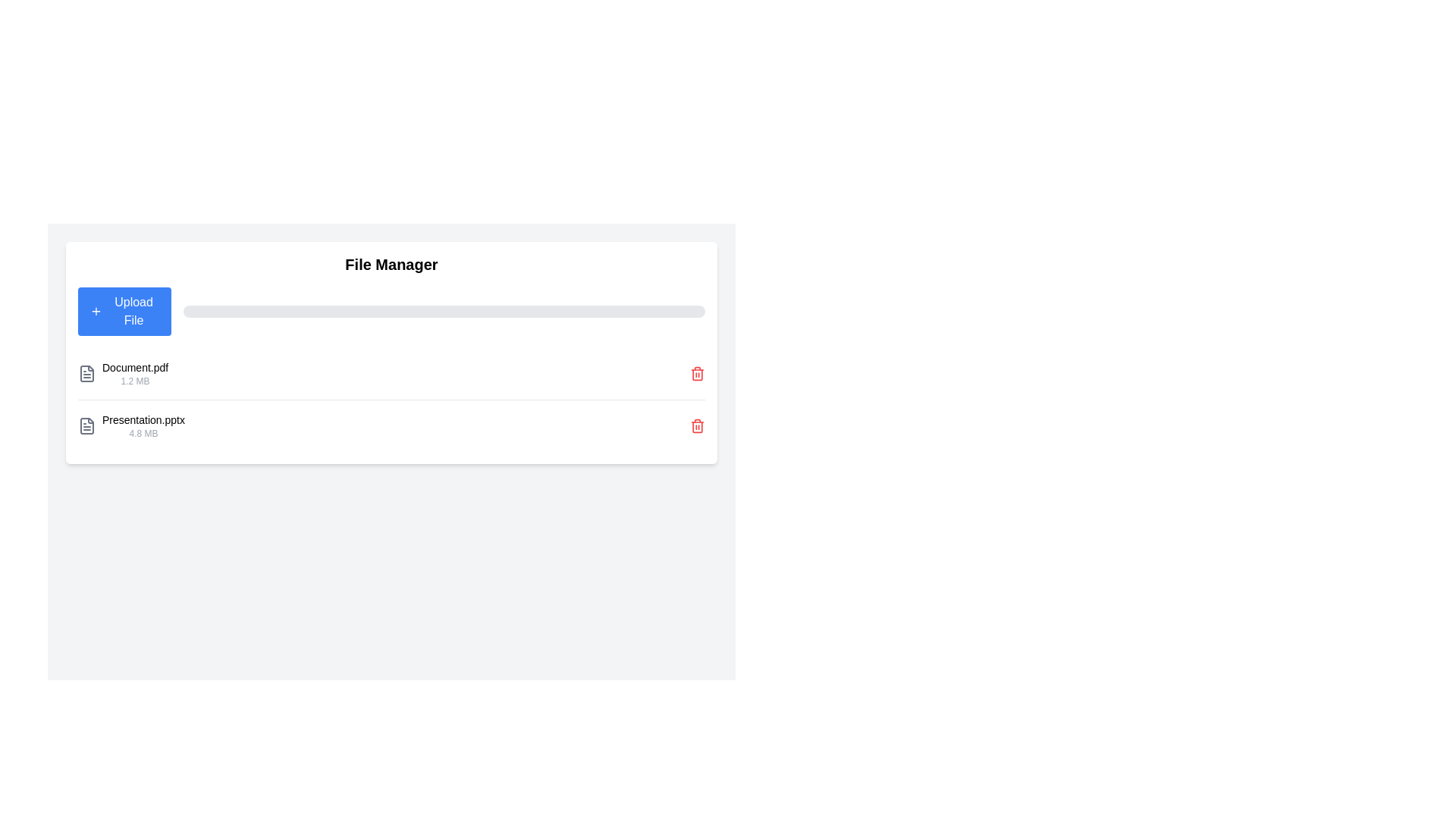 The height and width of the screenshot is (819, 1456). What do you see at coordinates (391, 374) in the screenshot?
I see `the first file entry in the file manager list` at bounding box center [391, 374].